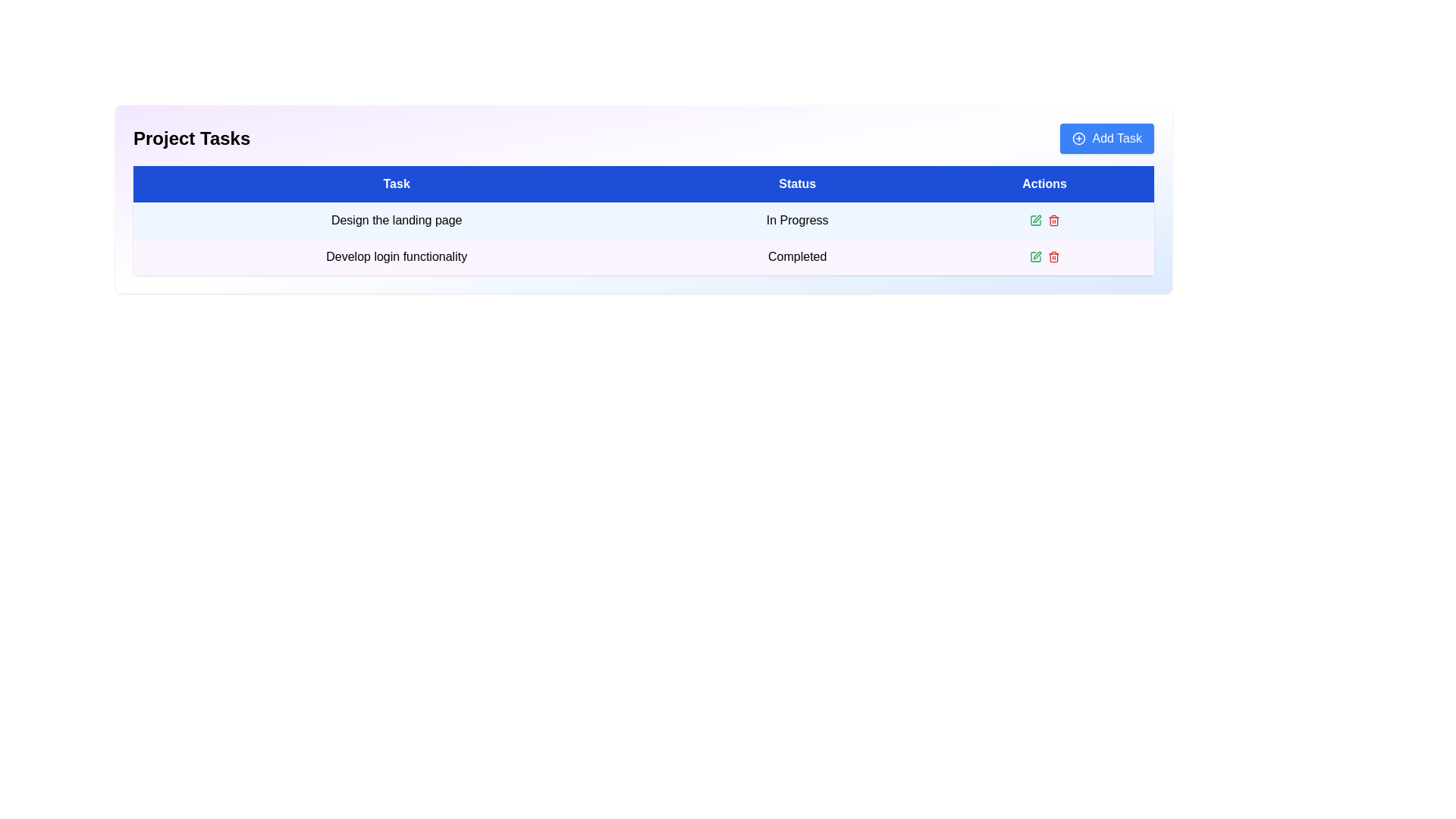  I want to click on the SVG icon representing the edit action for the 'Develop login functionality' task in the Actions column of the task table, so click(1036, 219).